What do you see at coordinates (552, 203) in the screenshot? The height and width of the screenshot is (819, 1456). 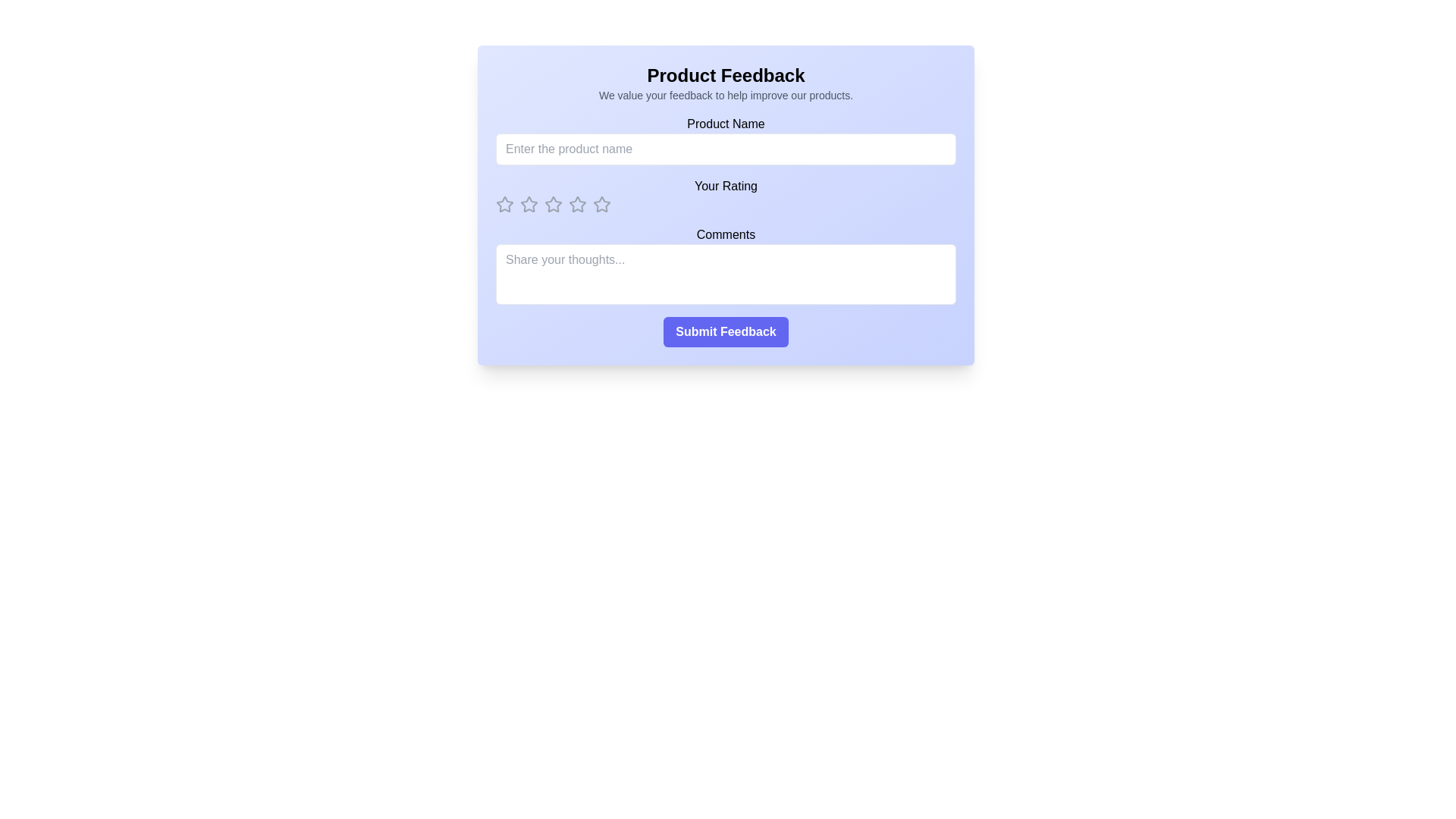 I see `the third star-shaped icon with a gray outline in the 'Your Rating' section` at bounding box center [552, 203].